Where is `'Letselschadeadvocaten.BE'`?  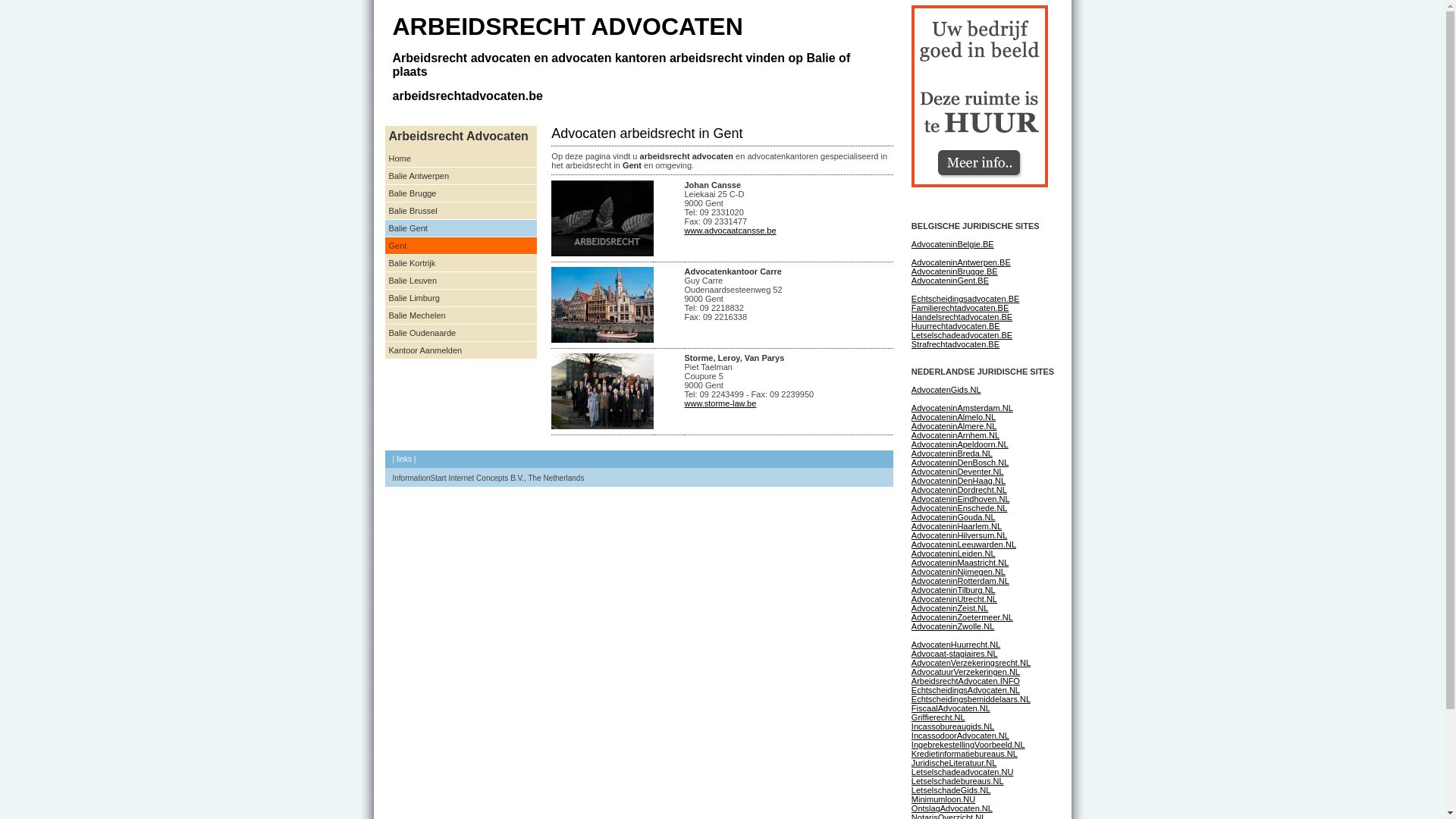 'Letselschadeadvocaten.BE' is located at coordinates (910, 334).